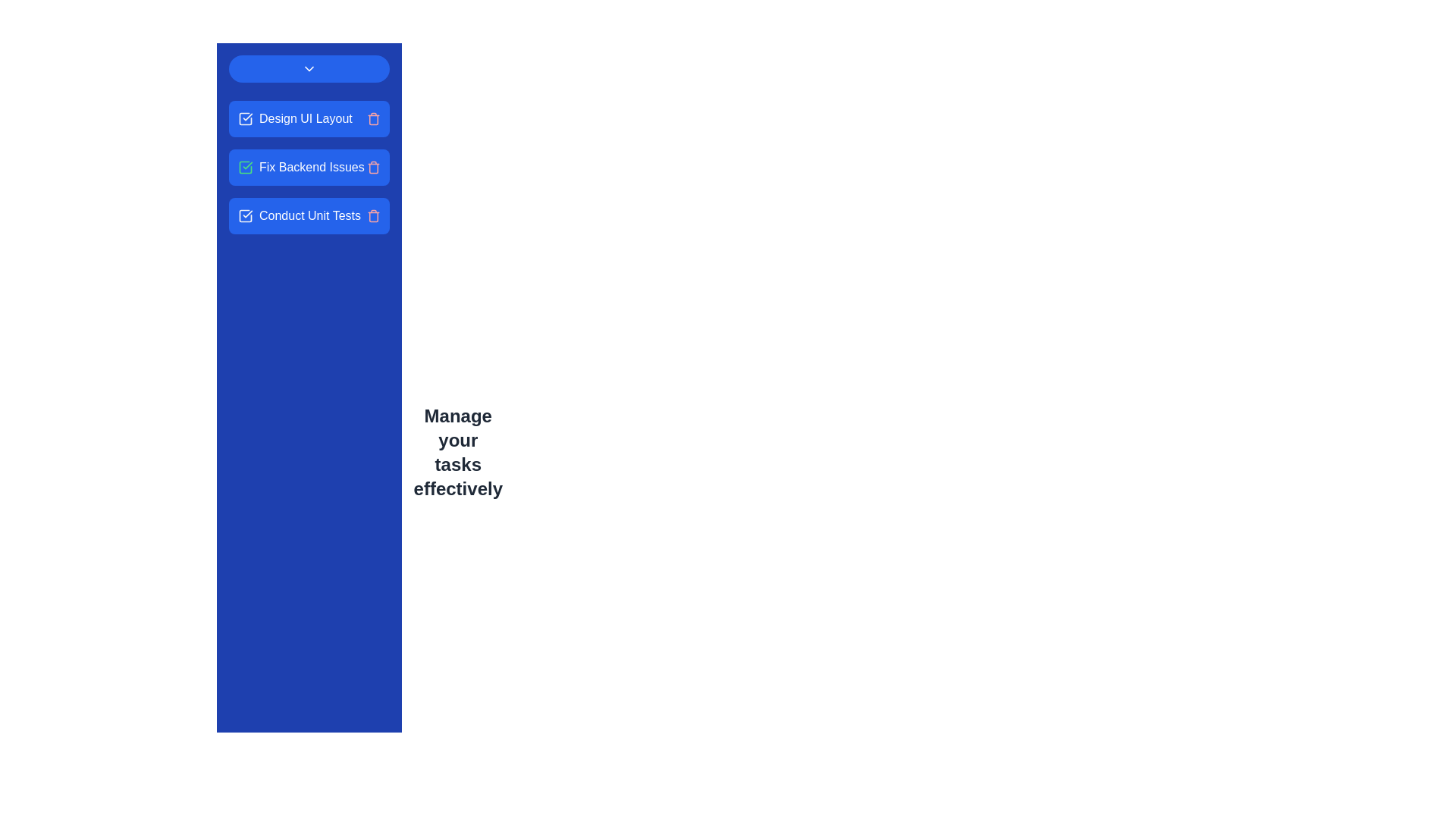 The image size is (1456, 819). Describe the element at coordinates (373, 167) in the screenshot. I see `the blue garbage bin icon located next to the 'Fix Backend Issues' text` at that location.